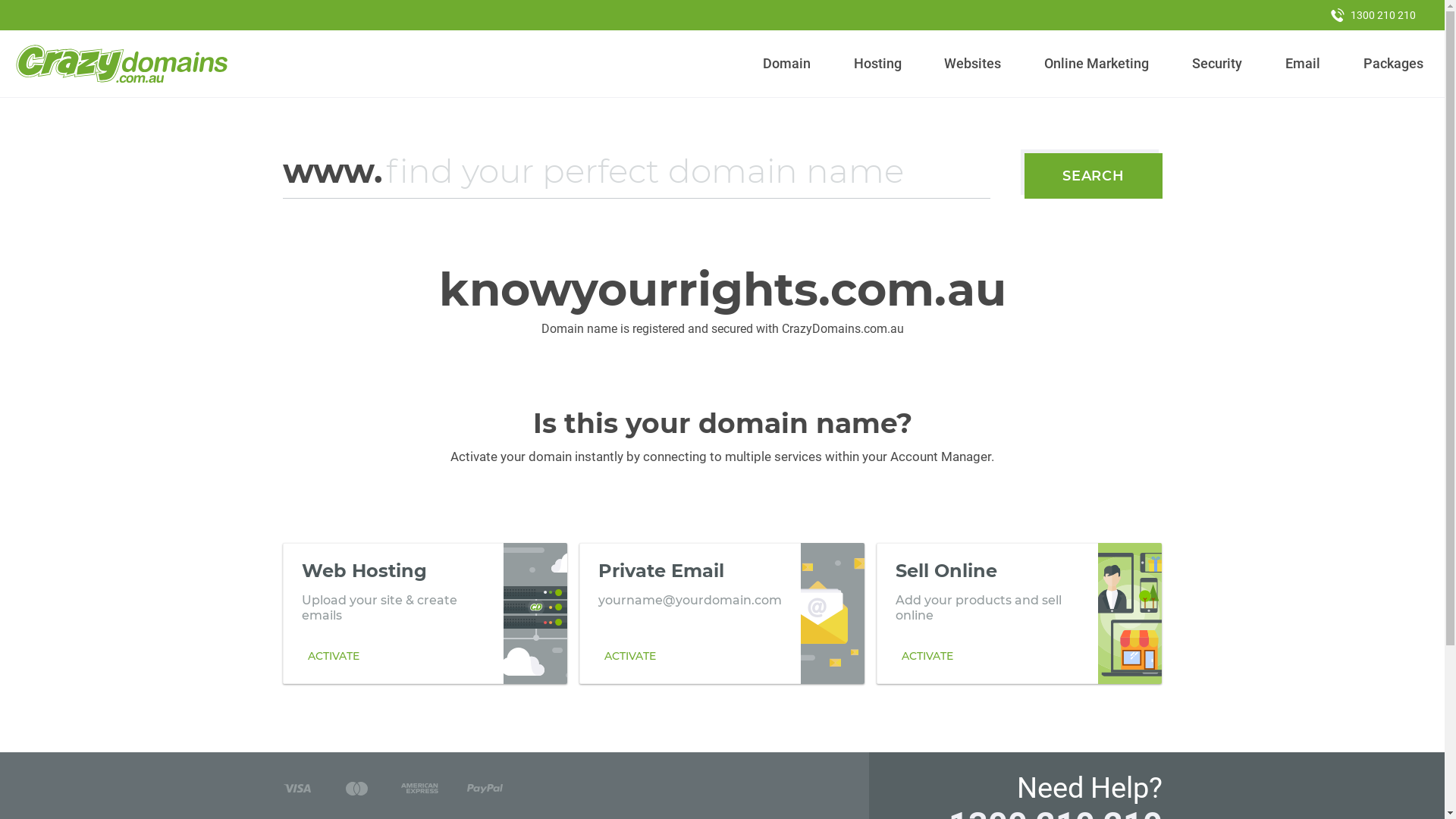 The width and height of the screenshot is (1456, 819). Describe the element at coordinates (877, 63) in the screenshot. I see `'Hosting'` at that location.